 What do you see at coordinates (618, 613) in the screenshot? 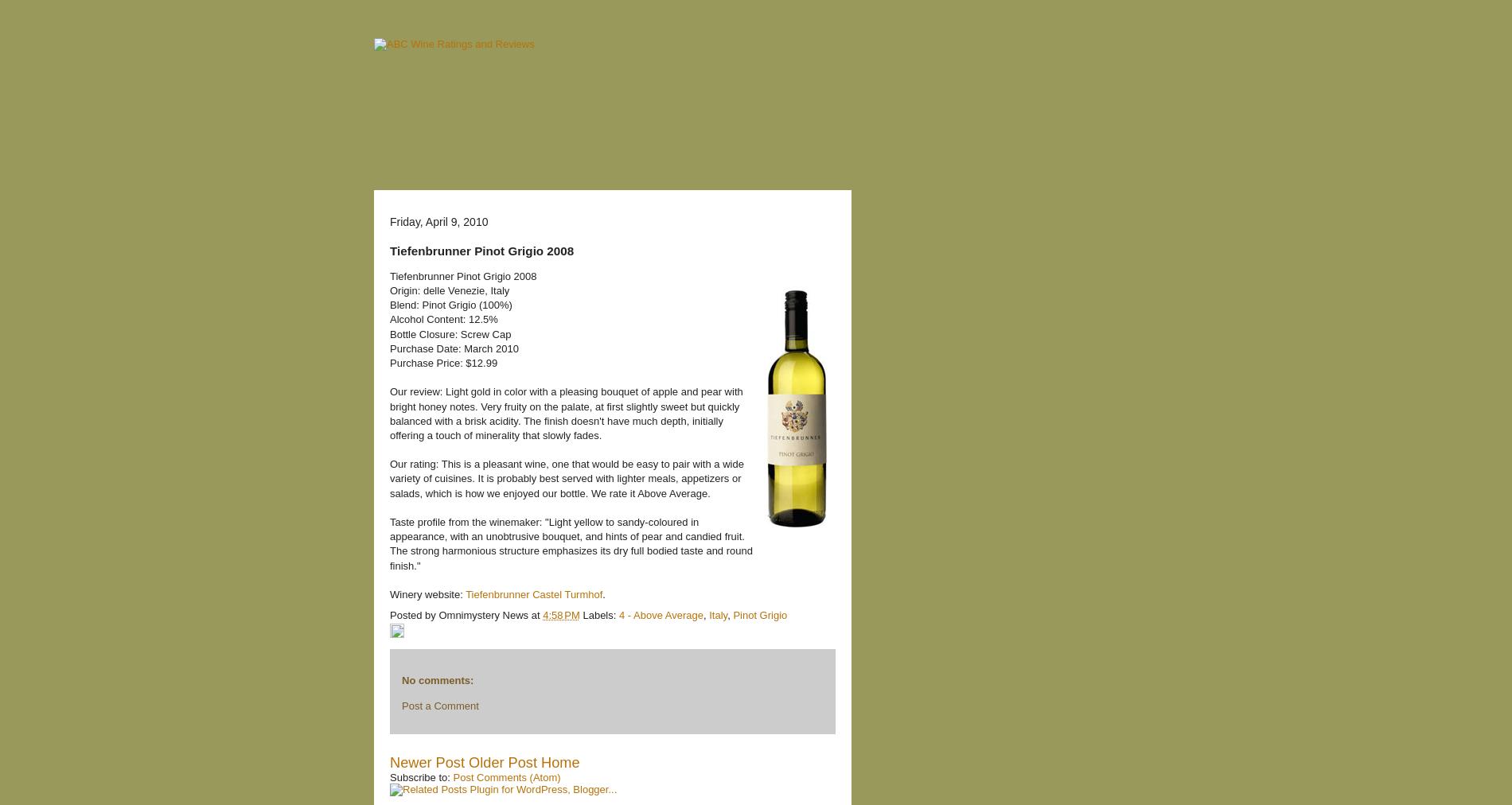
I see `'4 - Above Average'` at bounding box center [618, 613].